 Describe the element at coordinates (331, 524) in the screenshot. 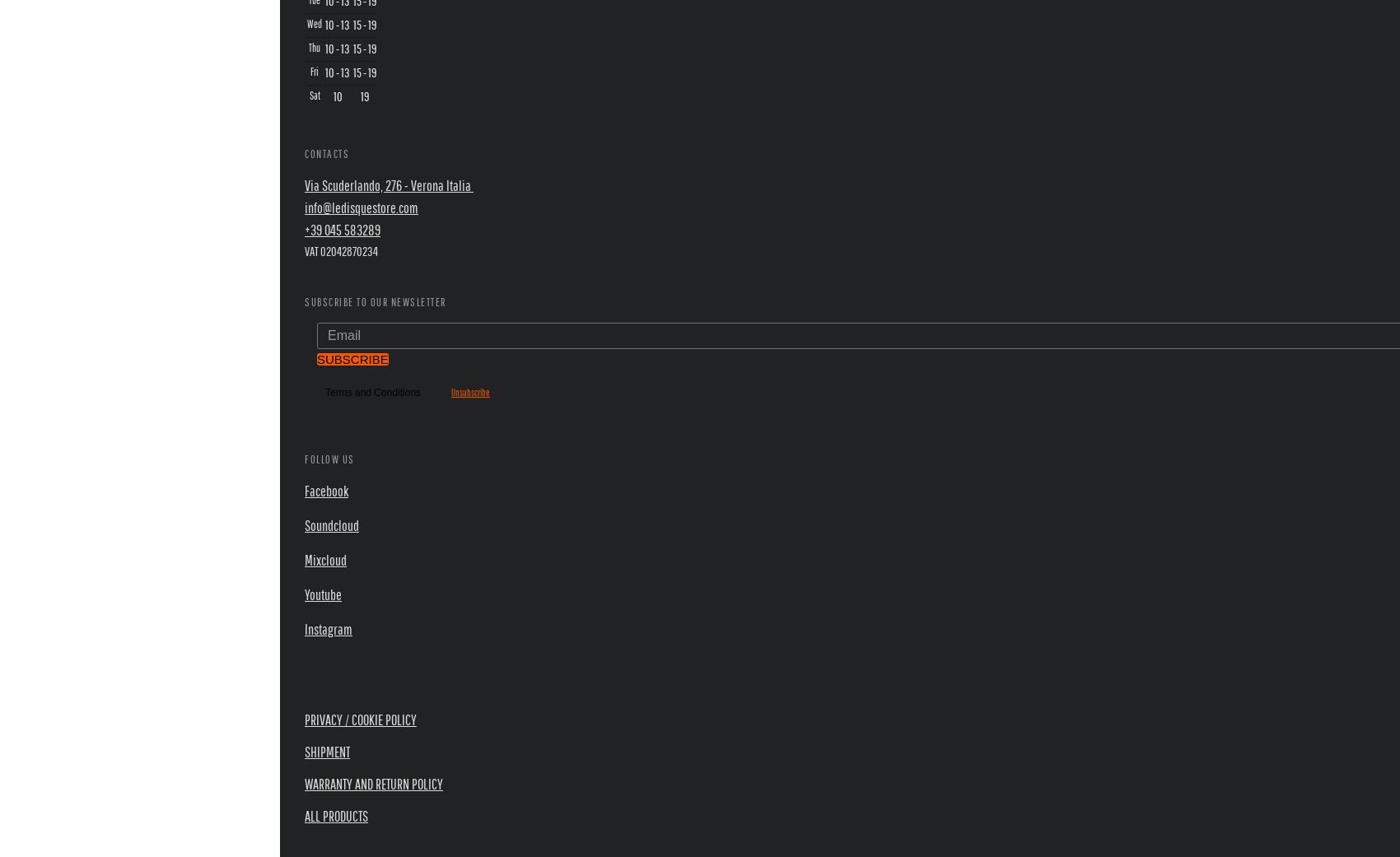

I see `'Soundcloud'` at that location.